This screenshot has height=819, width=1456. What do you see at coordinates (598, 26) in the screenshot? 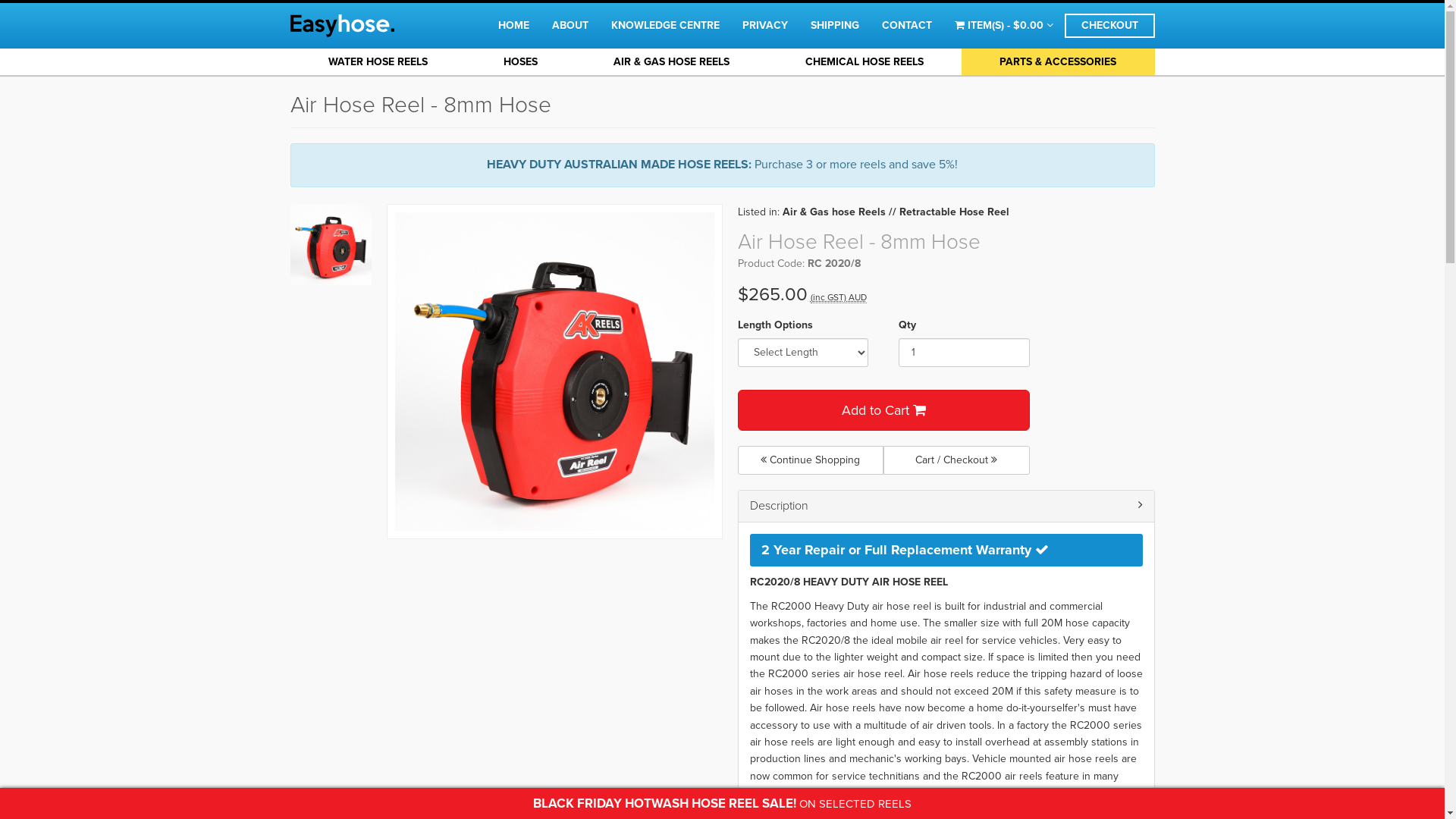
I see `'KNOWLEDGE CENTRE'` at bounding box center [598, 26].